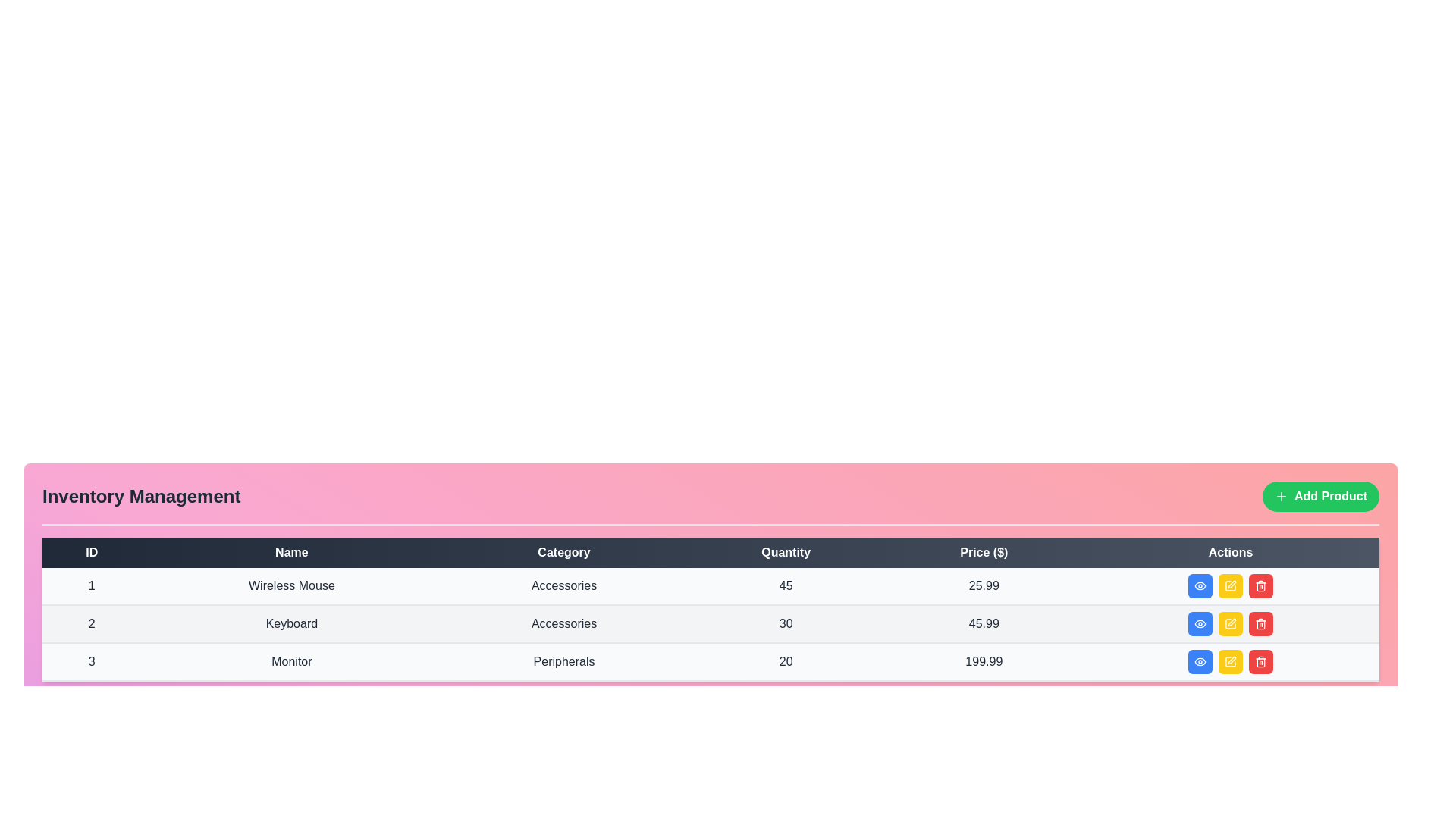 Image resolution: width=1456 pixels, height=819 pixels. I want to click on the middle button in the 'Actions' column of the second row of the table, so click(1231, 623).